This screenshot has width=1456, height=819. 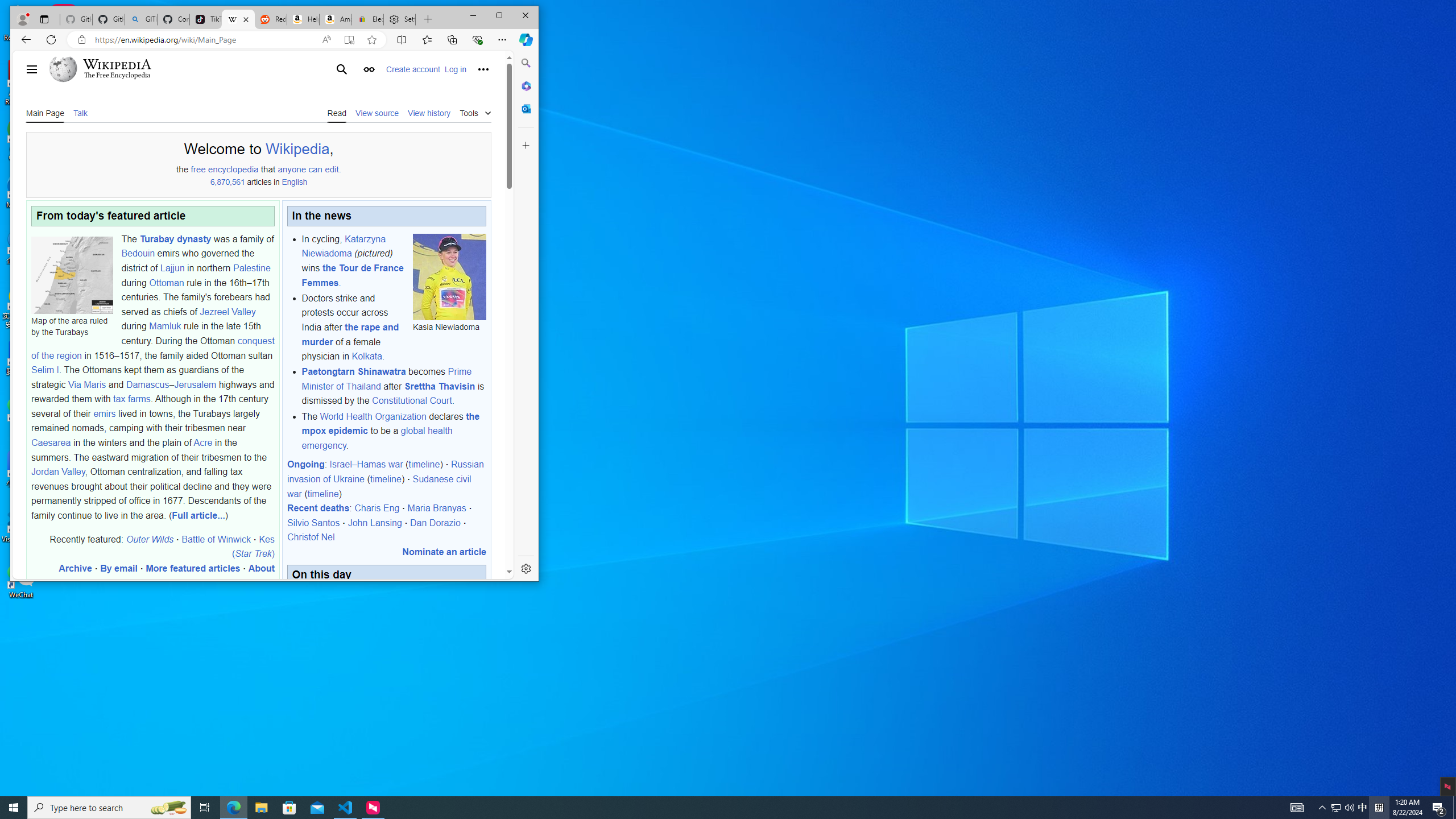 What do you see at coordinates (353, 371) in the screenshot?
I see `'Paetongtarn Shinawatra'` at bounding box center [353, 371].